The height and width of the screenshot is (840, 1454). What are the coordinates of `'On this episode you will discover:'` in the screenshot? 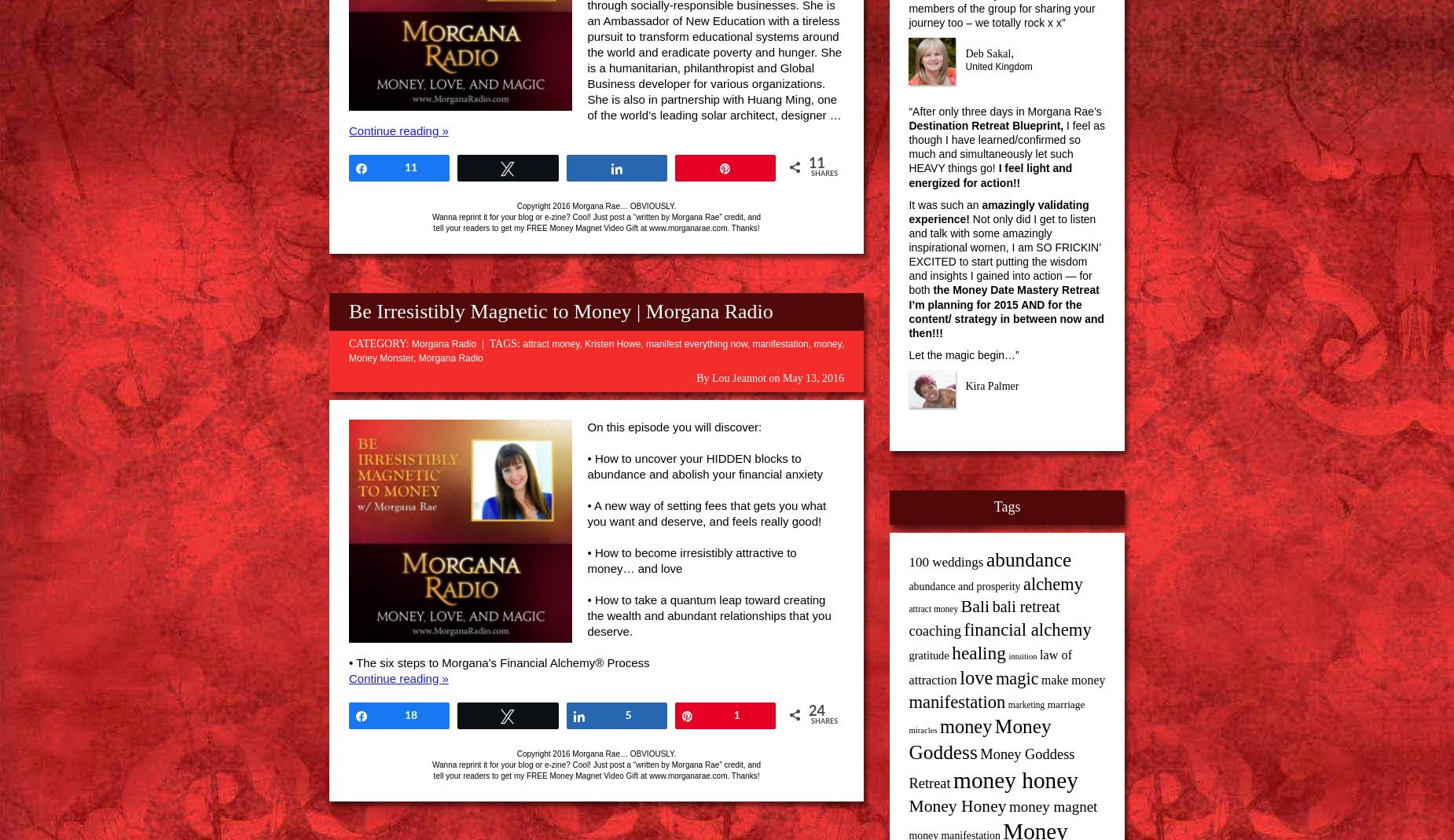 It's located at (674, 427).